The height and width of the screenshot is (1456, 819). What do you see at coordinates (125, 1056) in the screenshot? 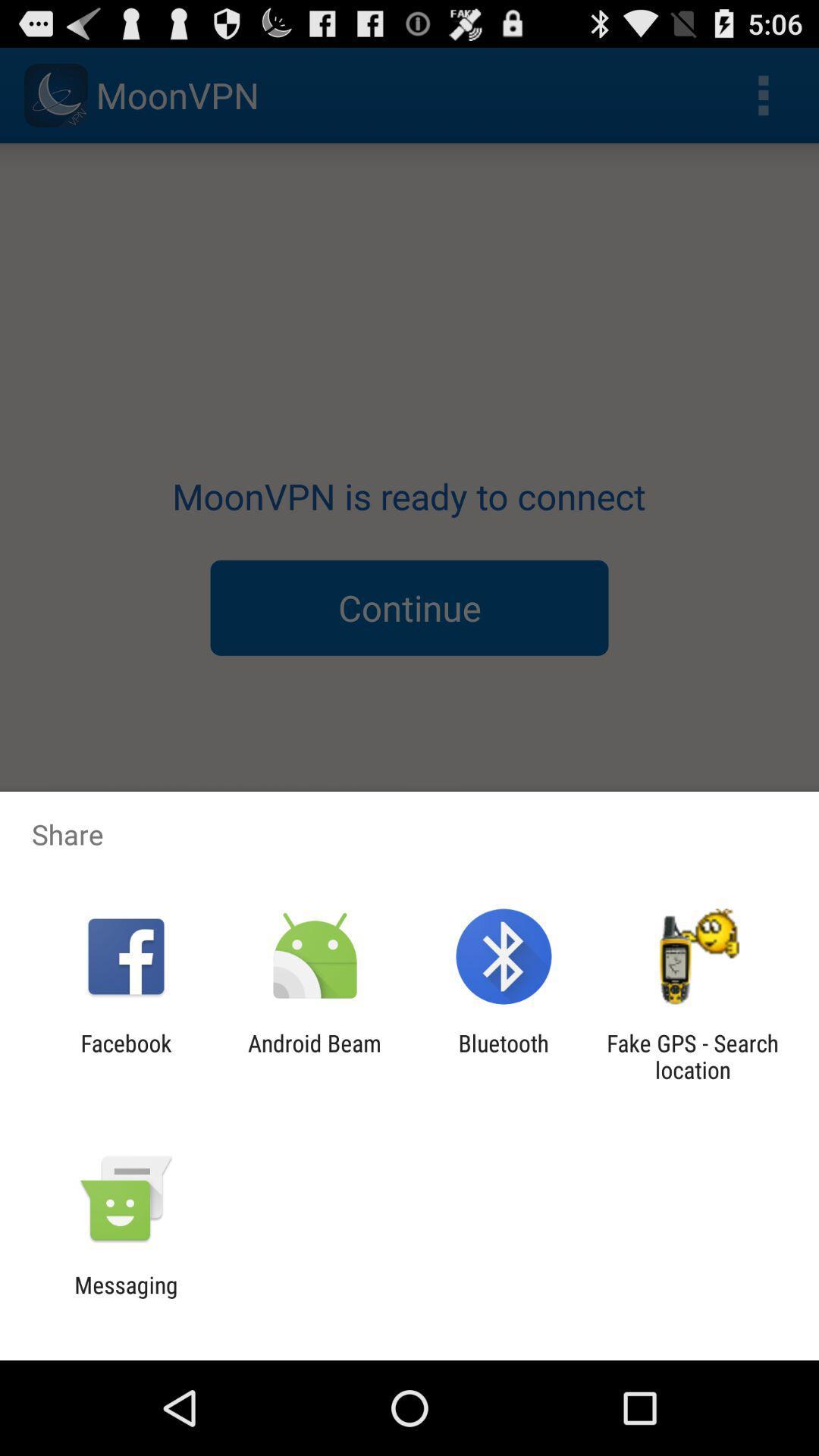
I see `the icon next to android beam app` at bounding box center [125, 1056].